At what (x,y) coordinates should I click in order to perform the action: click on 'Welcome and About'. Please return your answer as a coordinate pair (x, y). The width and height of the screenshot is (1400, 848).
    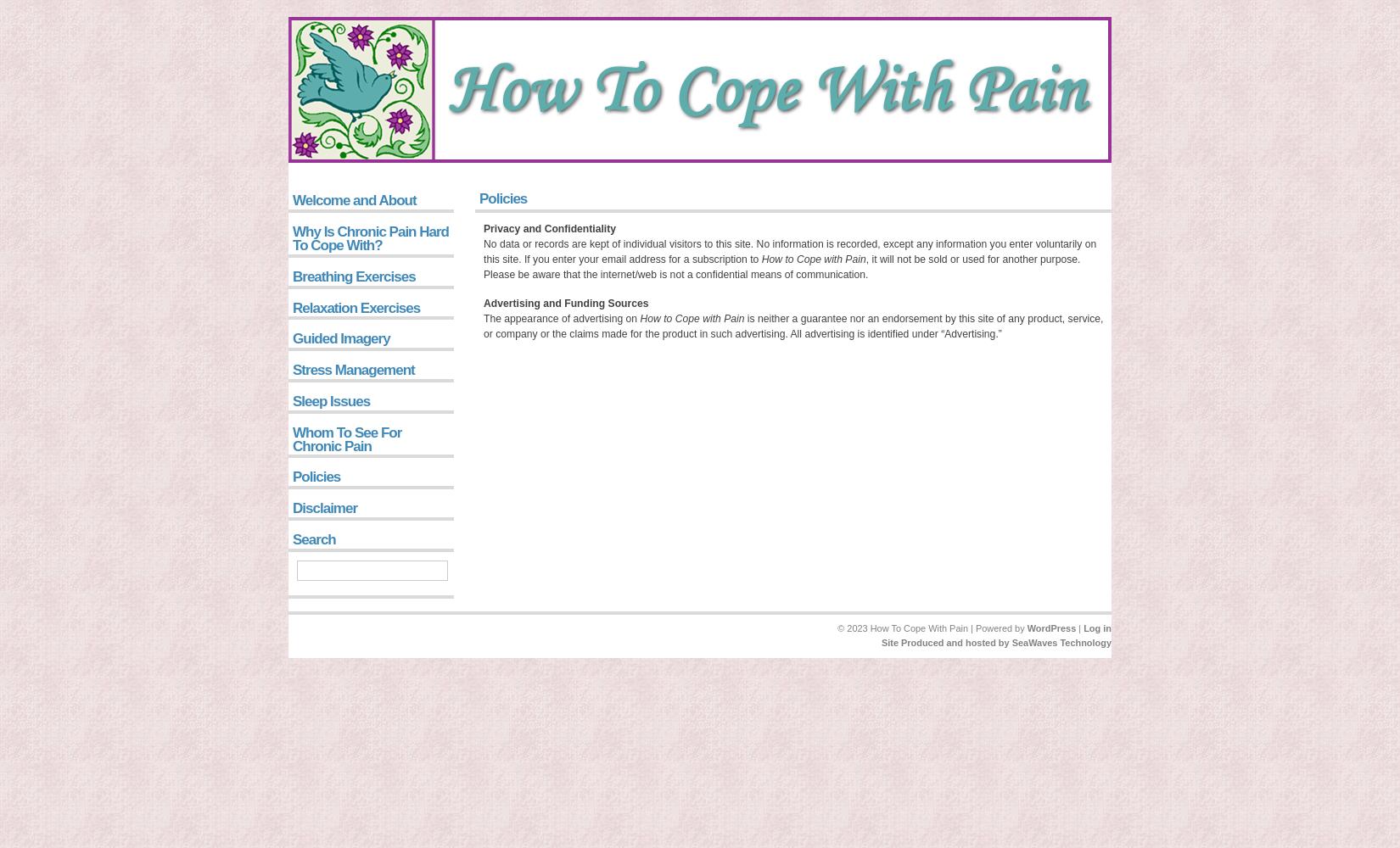
    Looking at the image, I should click on (353, 199).